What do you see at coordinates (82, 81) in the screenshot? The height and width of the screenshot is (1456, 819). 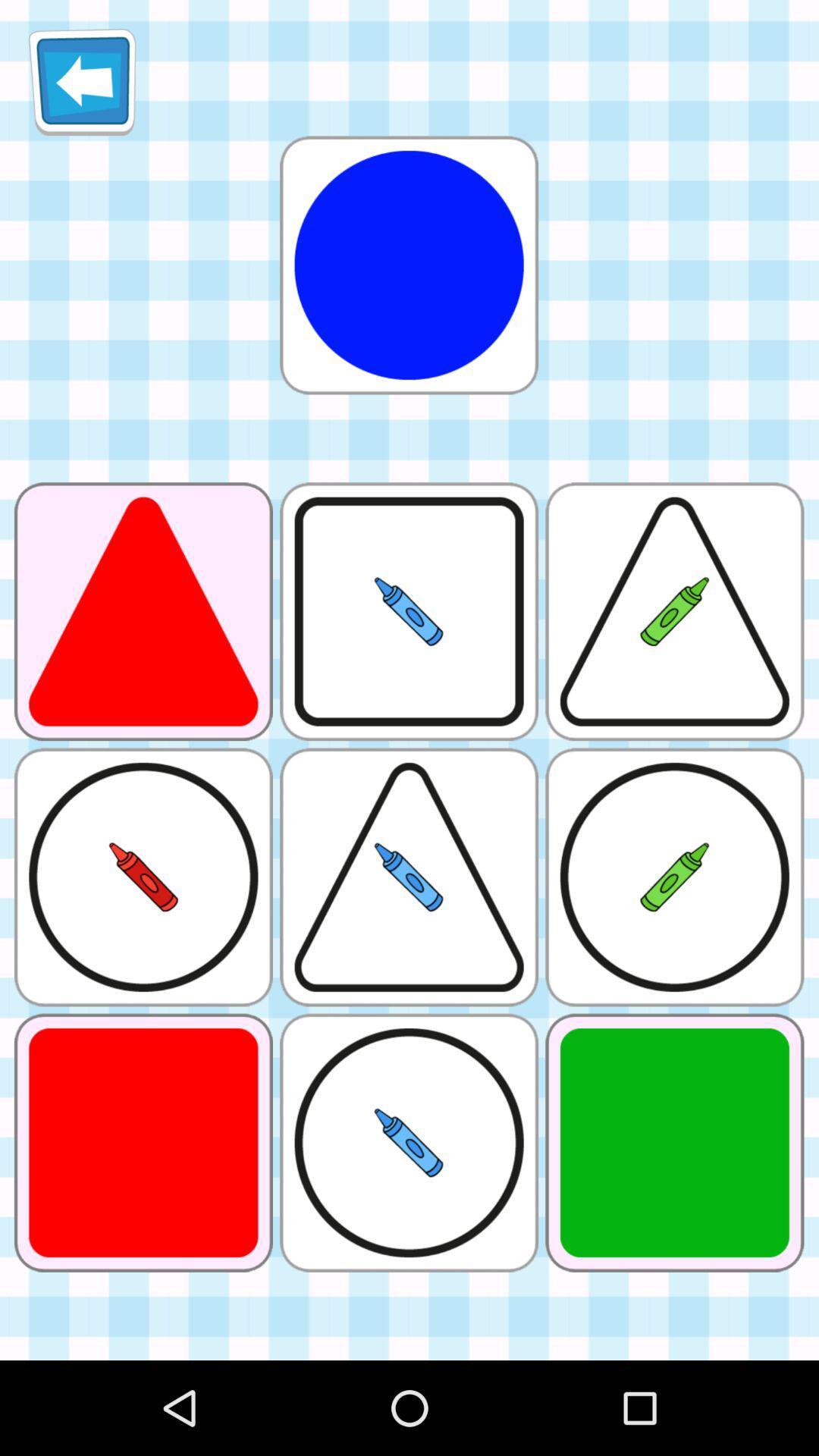 I see `go back` at bounding box center [82, 81].